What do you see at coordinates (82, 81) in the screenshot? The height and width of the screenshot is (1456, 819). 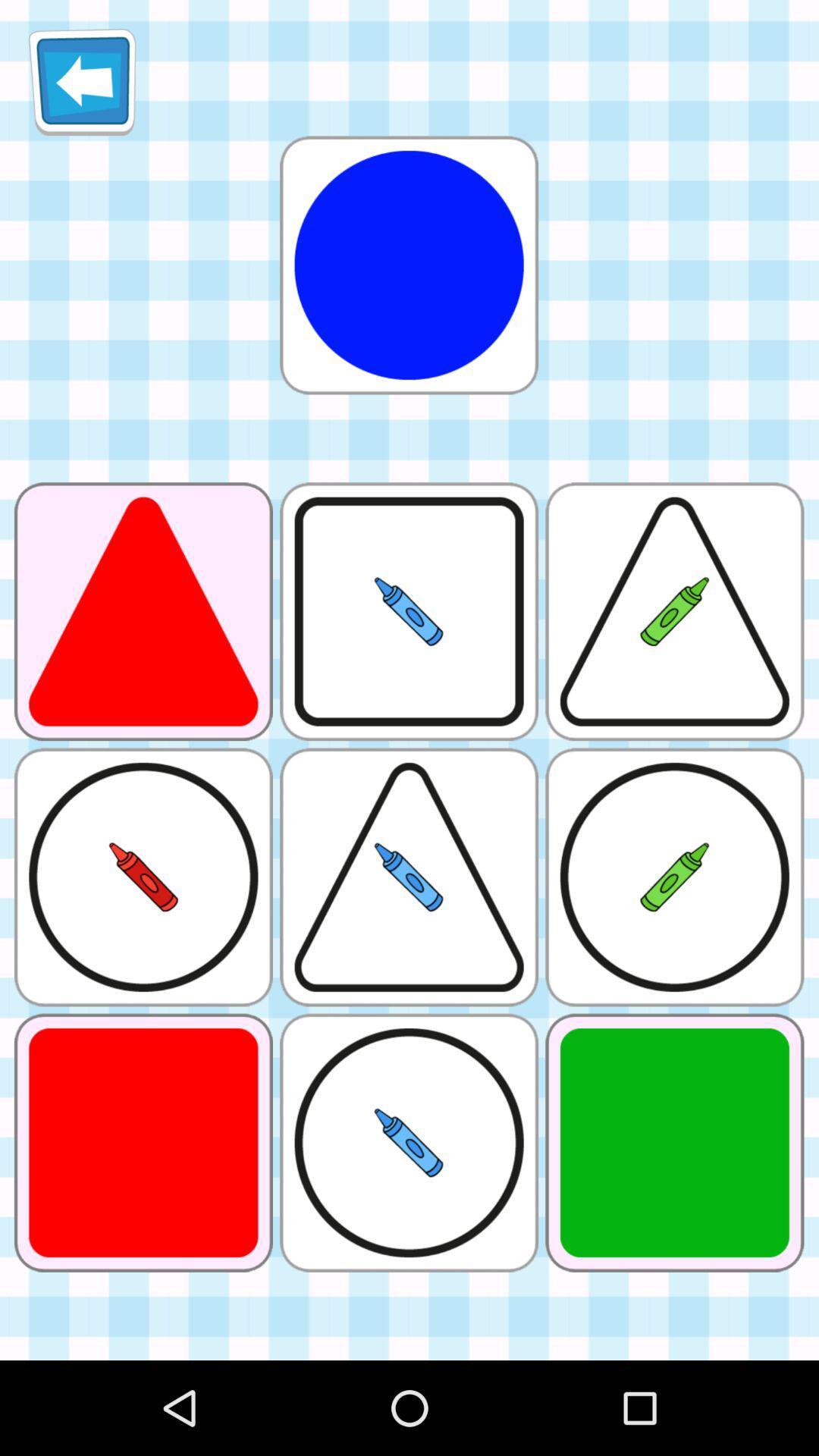 I see `go back` at bounding box center [82, 81].